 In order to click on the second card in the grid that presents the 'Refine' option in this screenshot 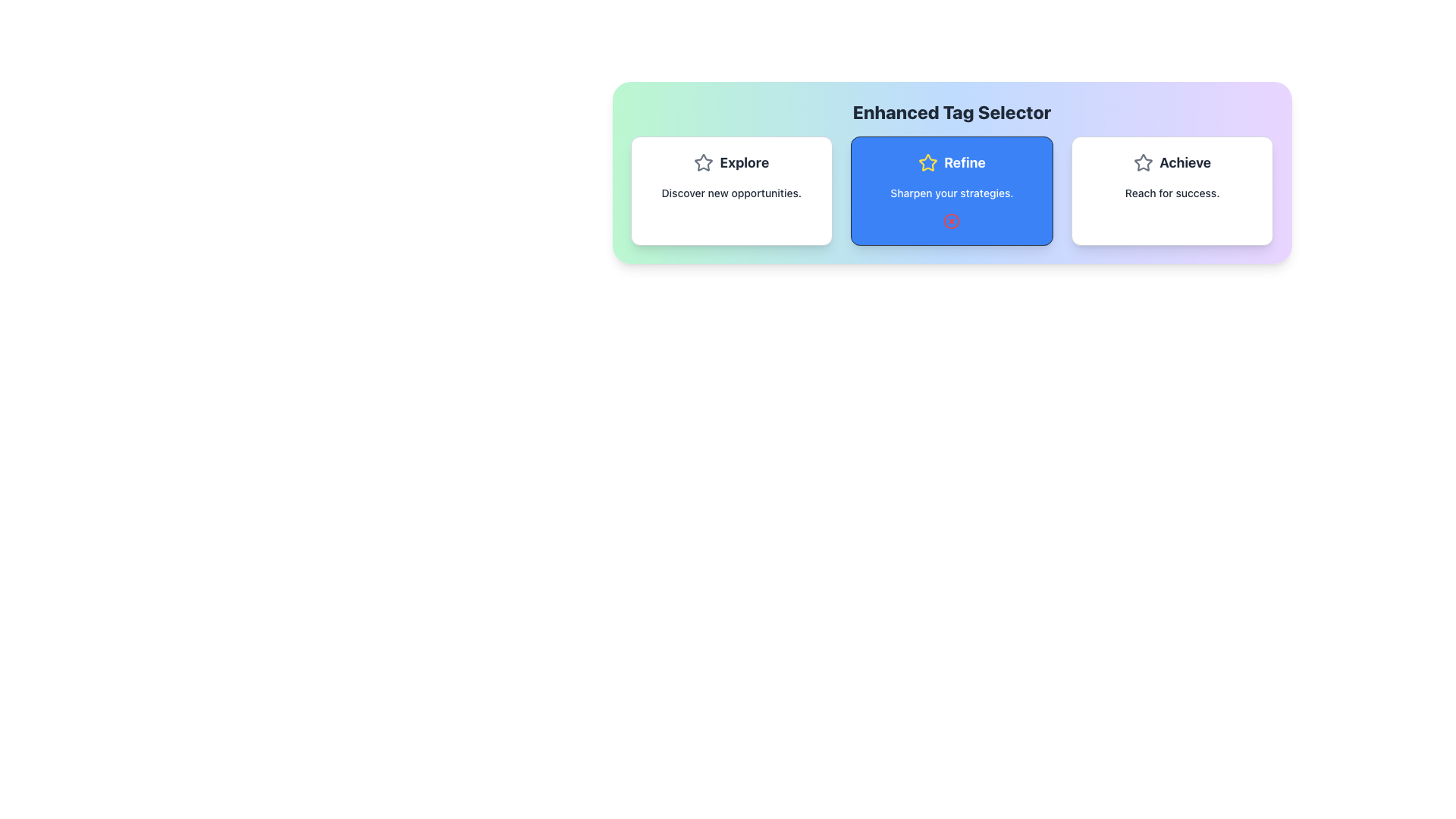, I will do `click(951, 190)`.